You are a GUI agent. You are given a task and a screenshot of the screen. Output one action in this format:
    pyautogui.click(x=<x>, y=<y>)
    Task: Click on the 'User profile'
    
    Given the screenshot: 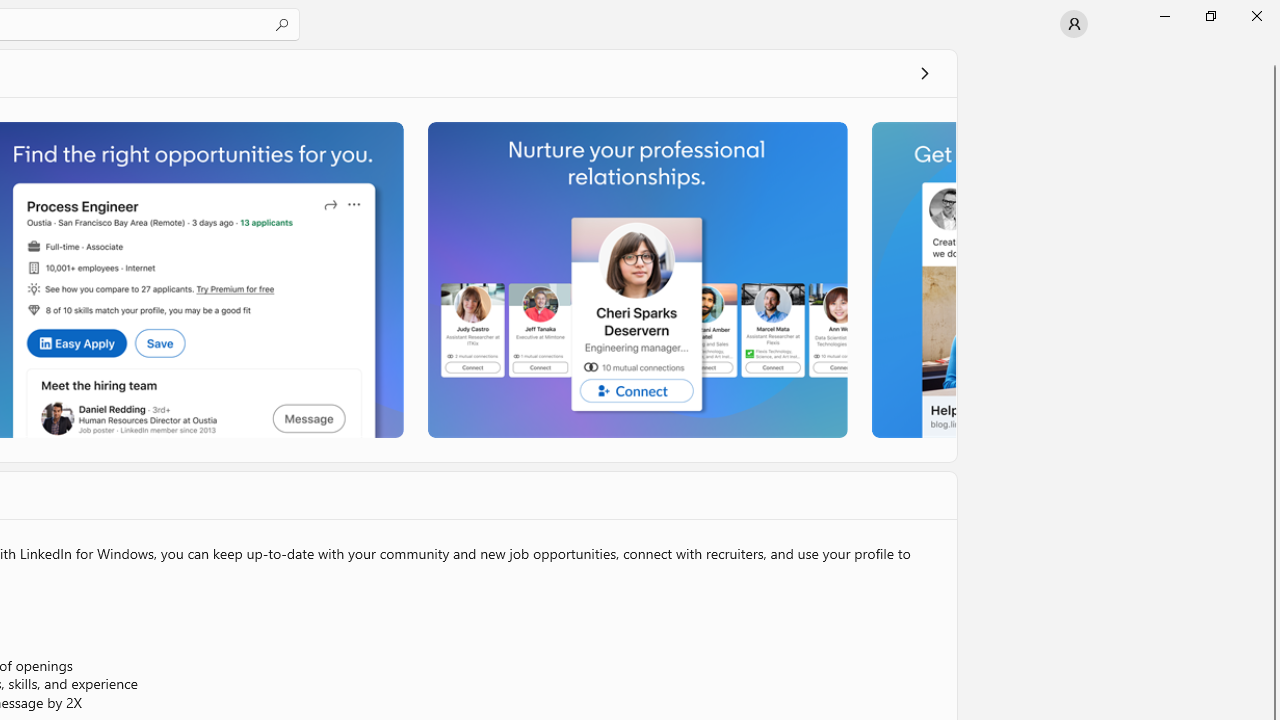 What is the action you would take?
    pyautogui.click(x=1072, y=24)
    